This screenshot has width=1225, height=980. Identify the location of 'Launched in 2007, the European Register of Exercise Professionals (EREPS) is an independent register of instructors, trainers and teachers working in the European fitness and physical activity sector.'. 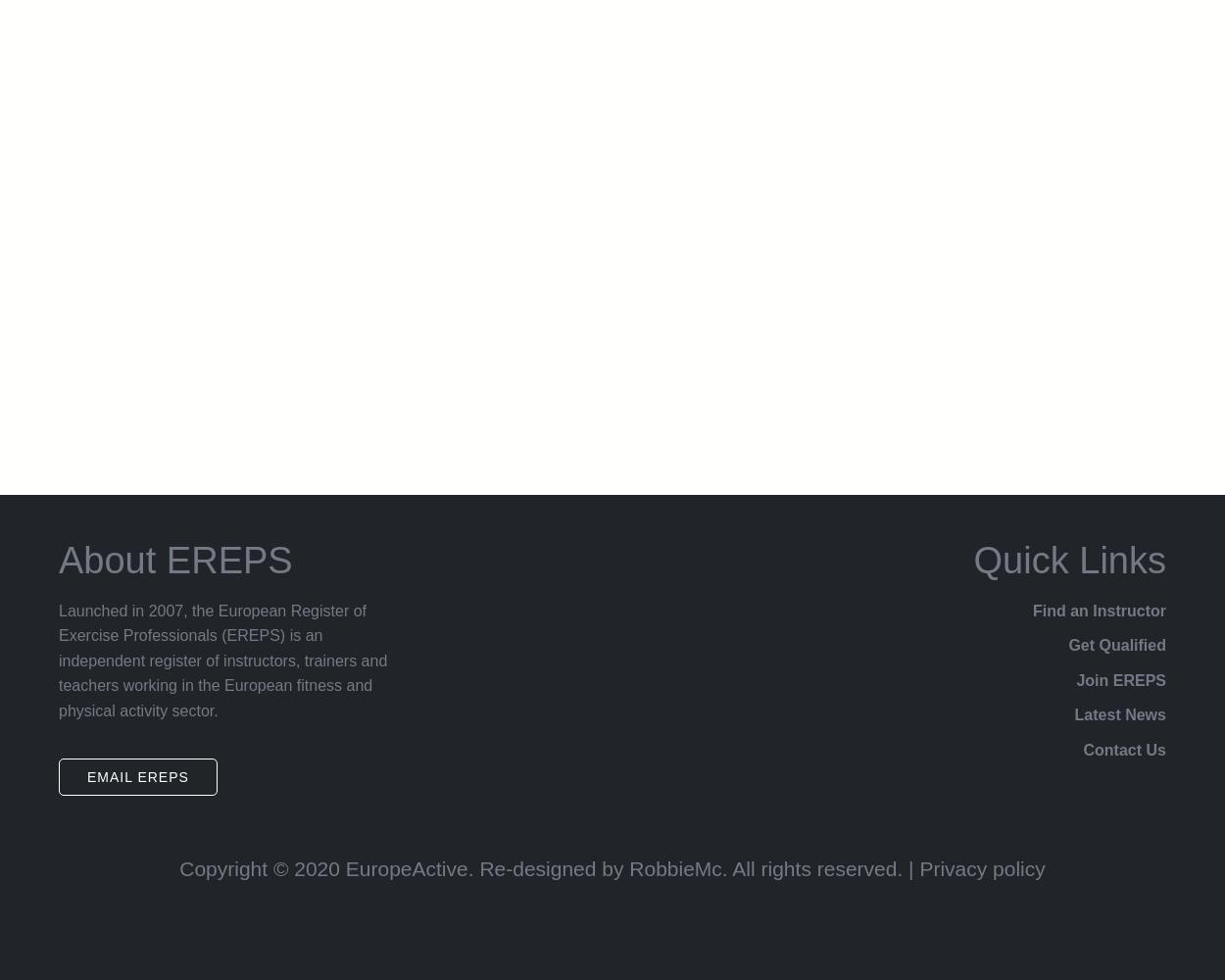
(221, 661).